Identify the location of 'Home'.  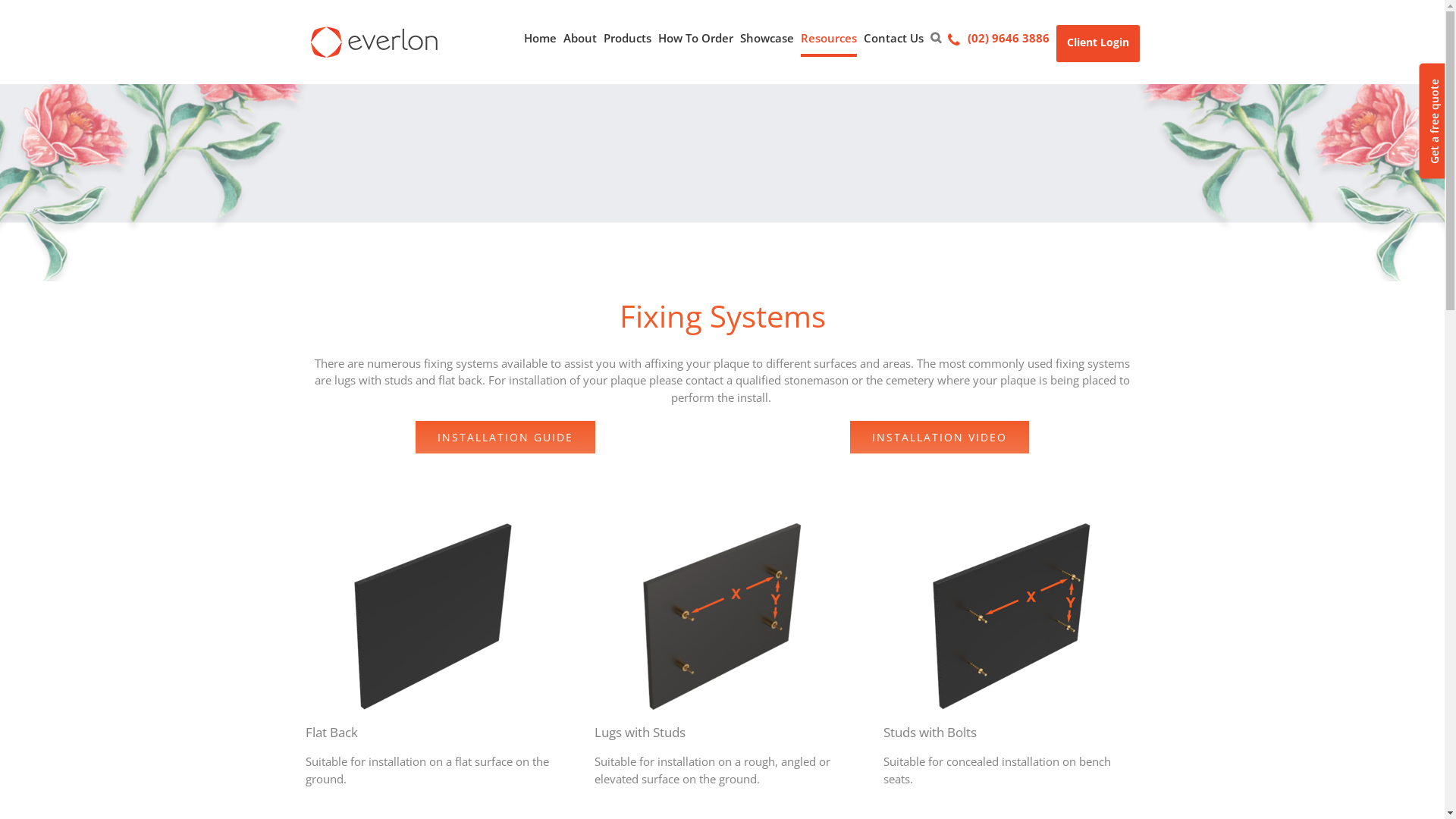
(539, 38).